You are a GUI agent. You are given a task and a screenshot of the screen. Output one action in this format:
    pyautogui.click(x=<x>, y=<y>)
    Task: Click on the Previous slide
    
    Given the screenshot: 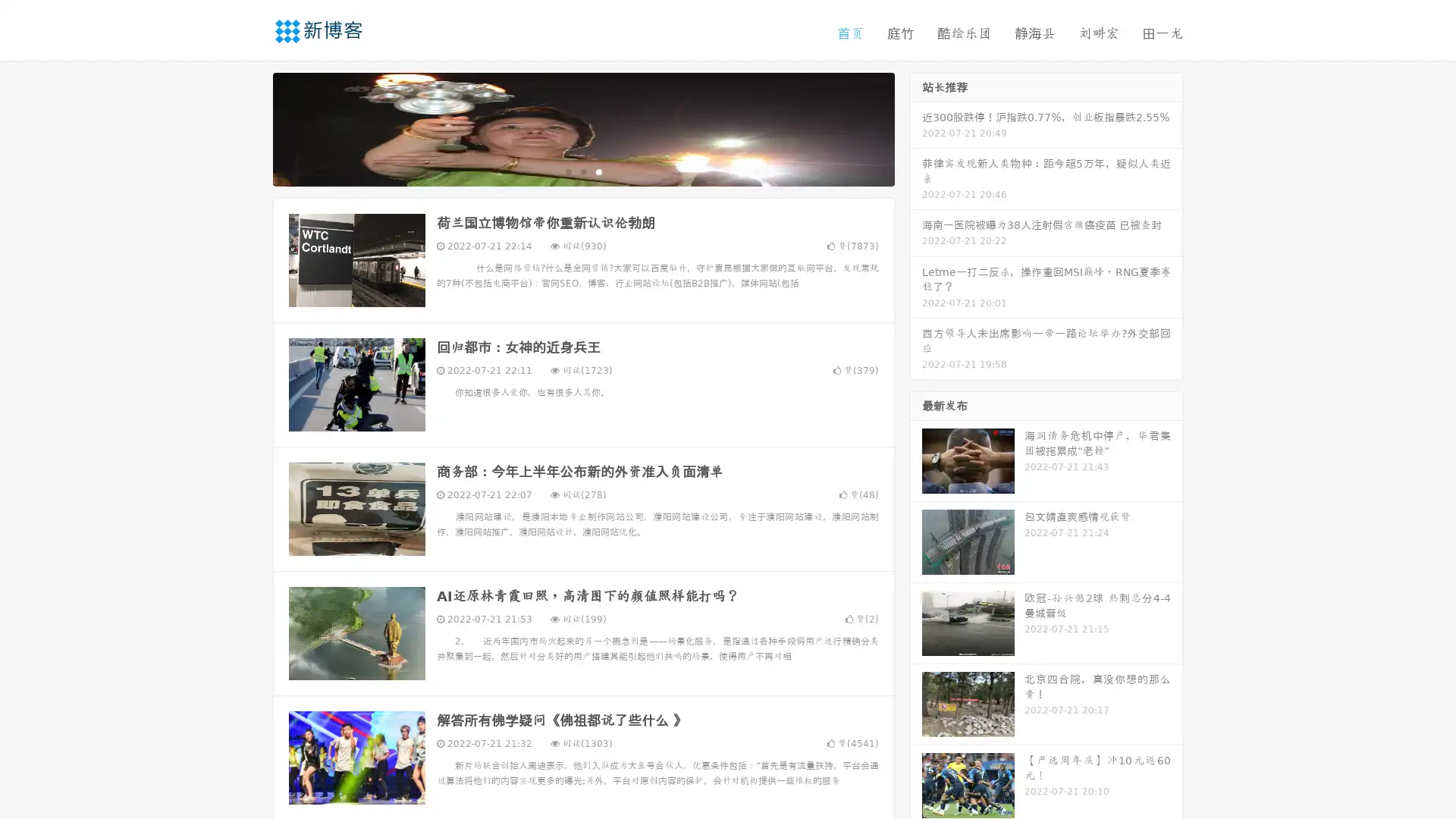 What is the action you would take?
    pyautogui.click(x=250, y=127)
    